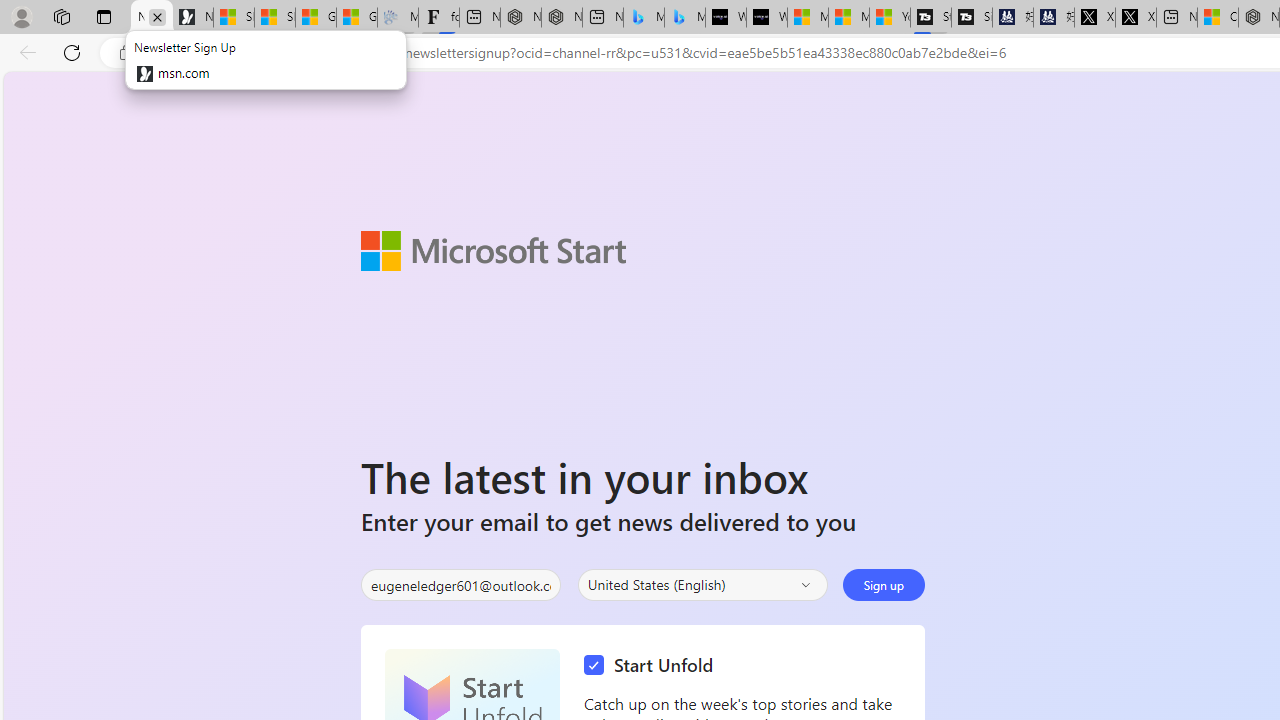 The image size is (1280, 720). I want to click on 'Select your country', so click(702, 585).